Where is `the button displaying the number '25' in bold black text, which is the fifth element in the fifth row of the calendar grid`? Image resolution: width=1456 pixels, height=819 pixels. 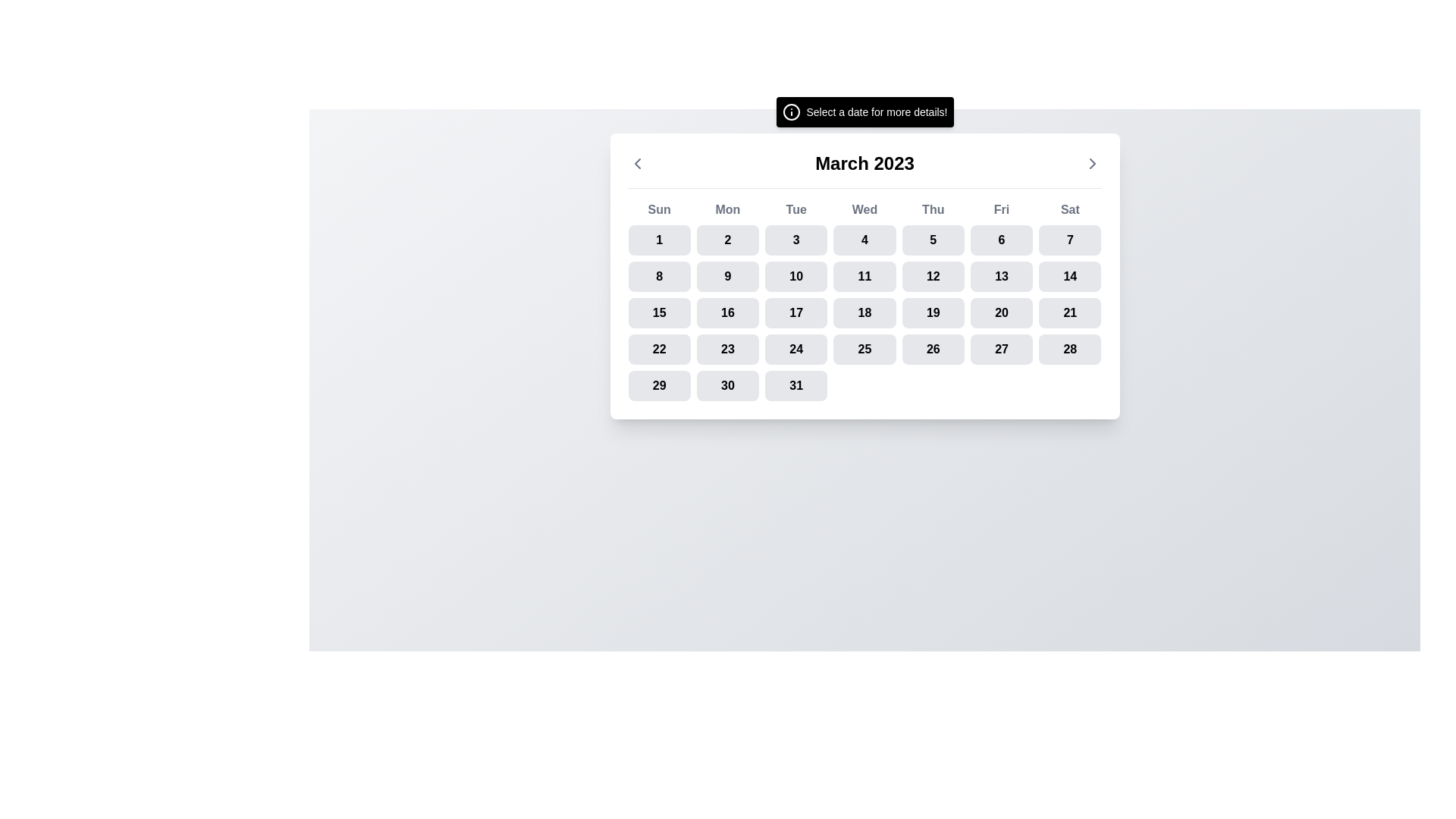 the button displaying the number '25' in bold black text, which is the fifth element in the fifth row of the calendar grid is located at coordinates (864, 350).